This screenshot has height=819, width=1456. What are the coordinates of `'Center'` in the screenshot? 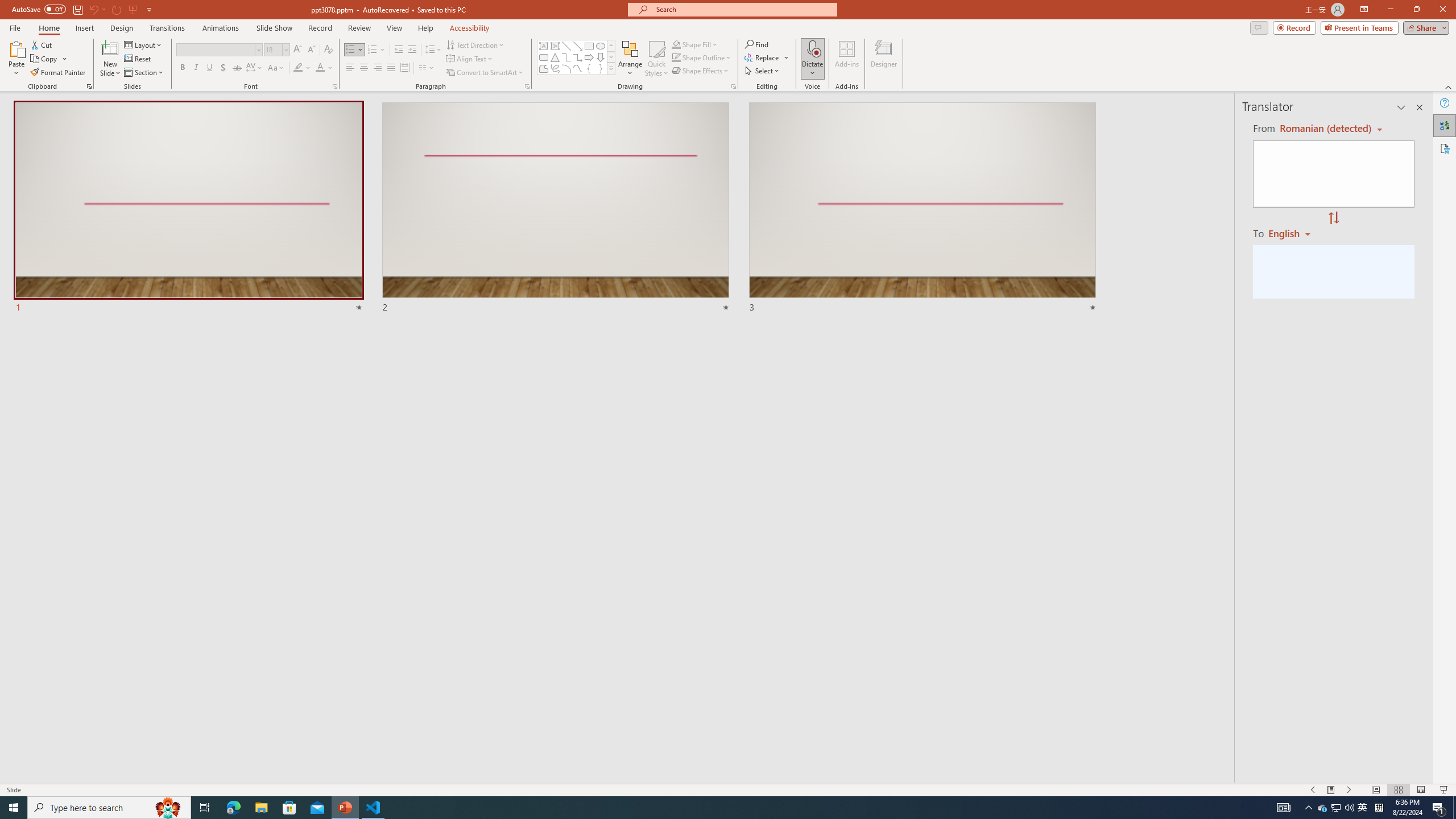 It's located at (364, 67).